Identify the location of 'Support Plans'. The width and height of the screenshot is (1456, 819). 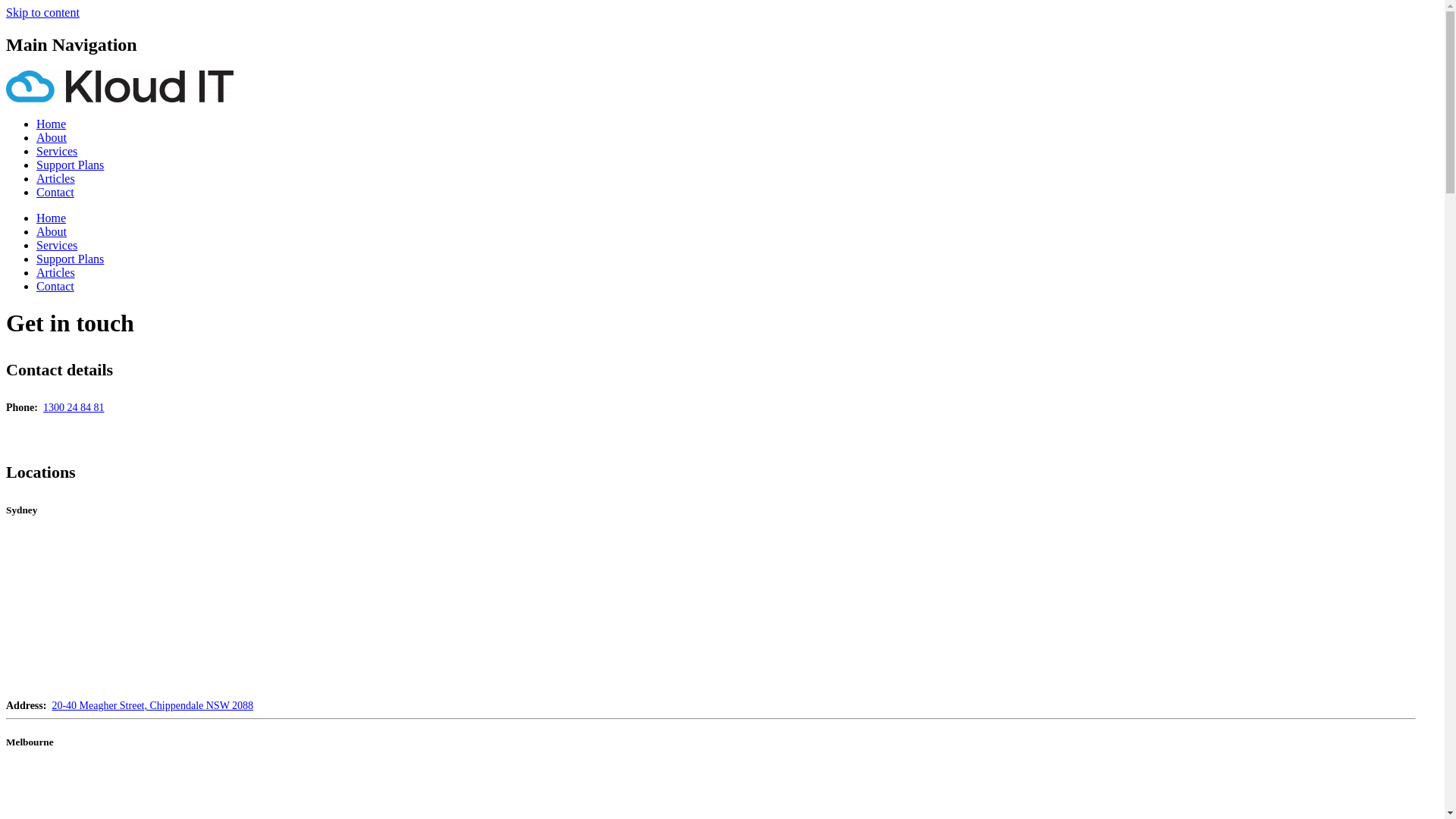
(36, 258).